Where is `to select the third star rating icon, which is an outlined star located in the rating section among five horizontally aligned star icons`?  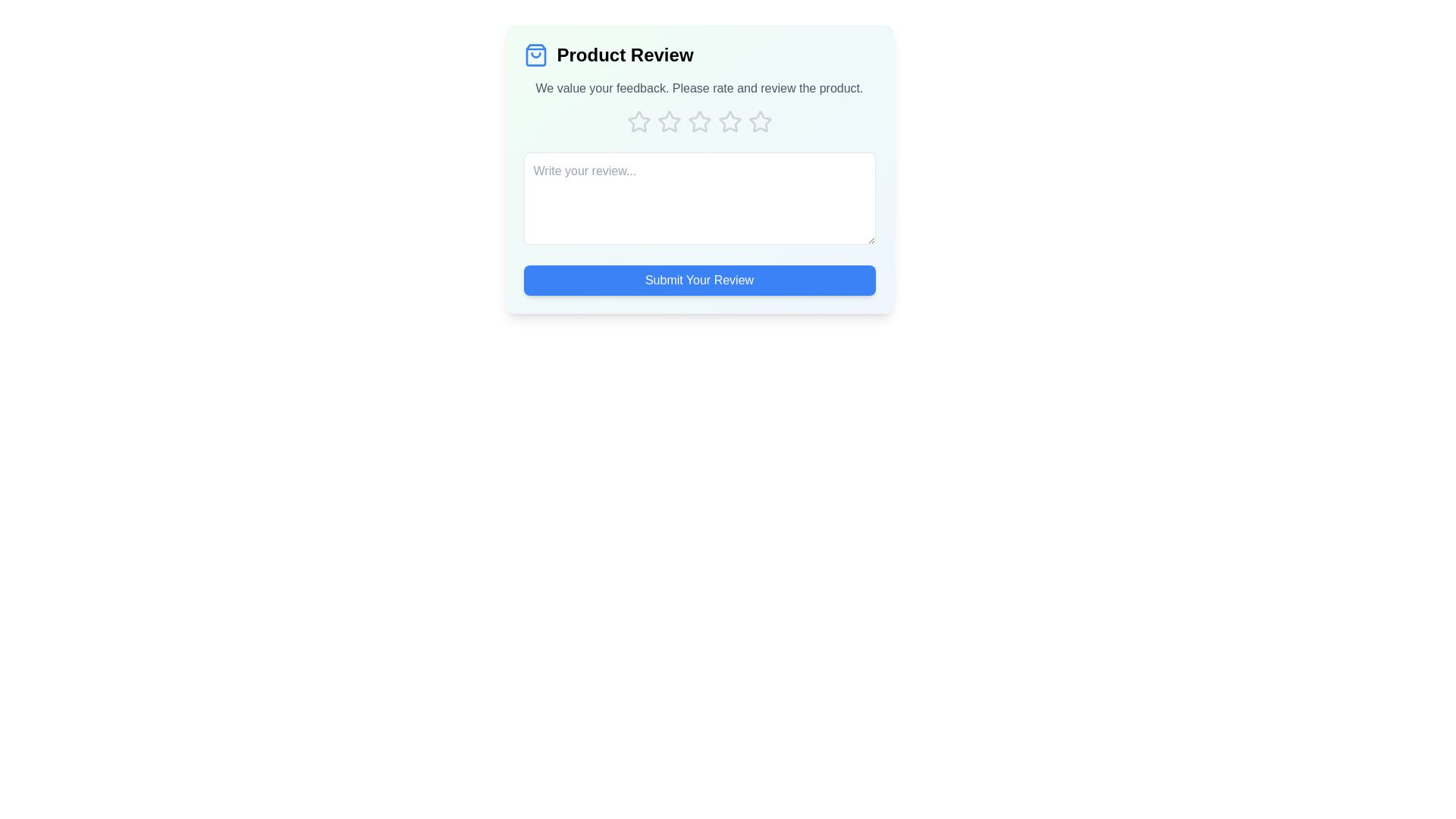 to select the third star rating icon, which is an outlined star located in the rating section among five horizontally aligned star icons is located at coordinates (698, 120).